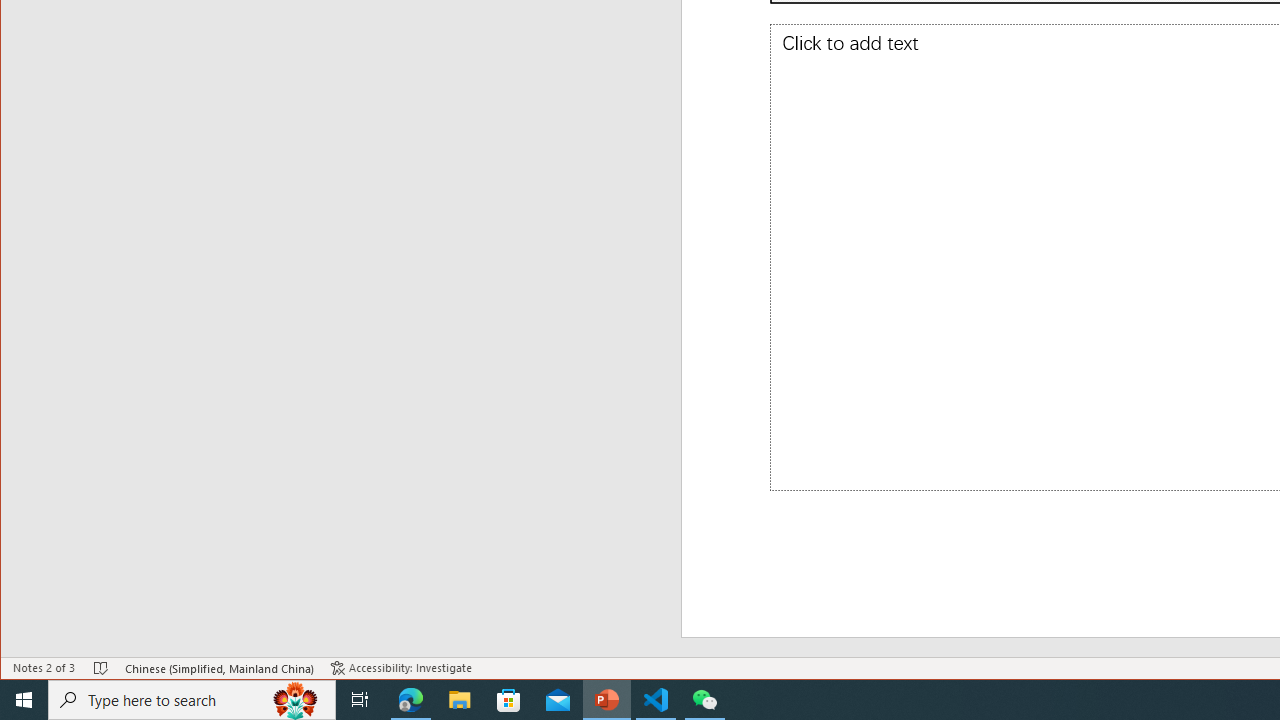 The height and width of the screenshot is (720, 1280). Describe the element at coordinates (24, 698) in the screenshot. I see `'Start'` at that location.